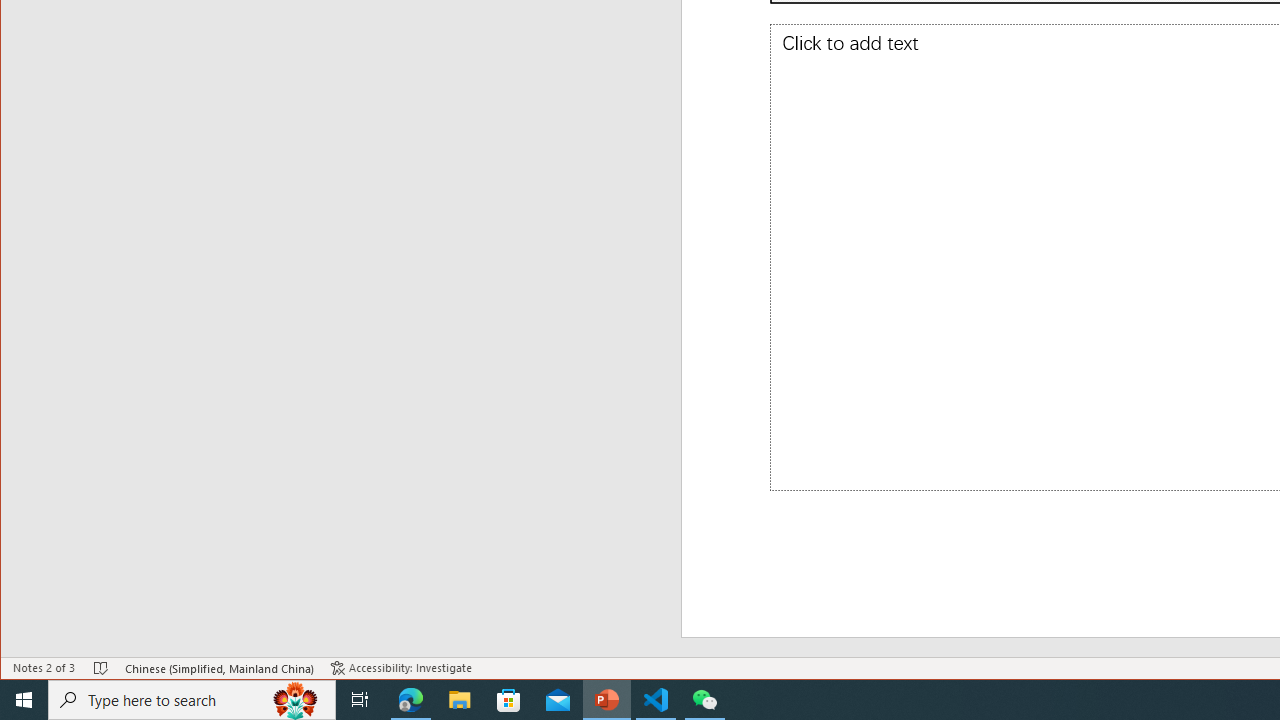 The height and width of the screenshot is (720, 1280). Describe the element at coordinates (24, 698) in the screenshot. I see `'Start'` at that location.